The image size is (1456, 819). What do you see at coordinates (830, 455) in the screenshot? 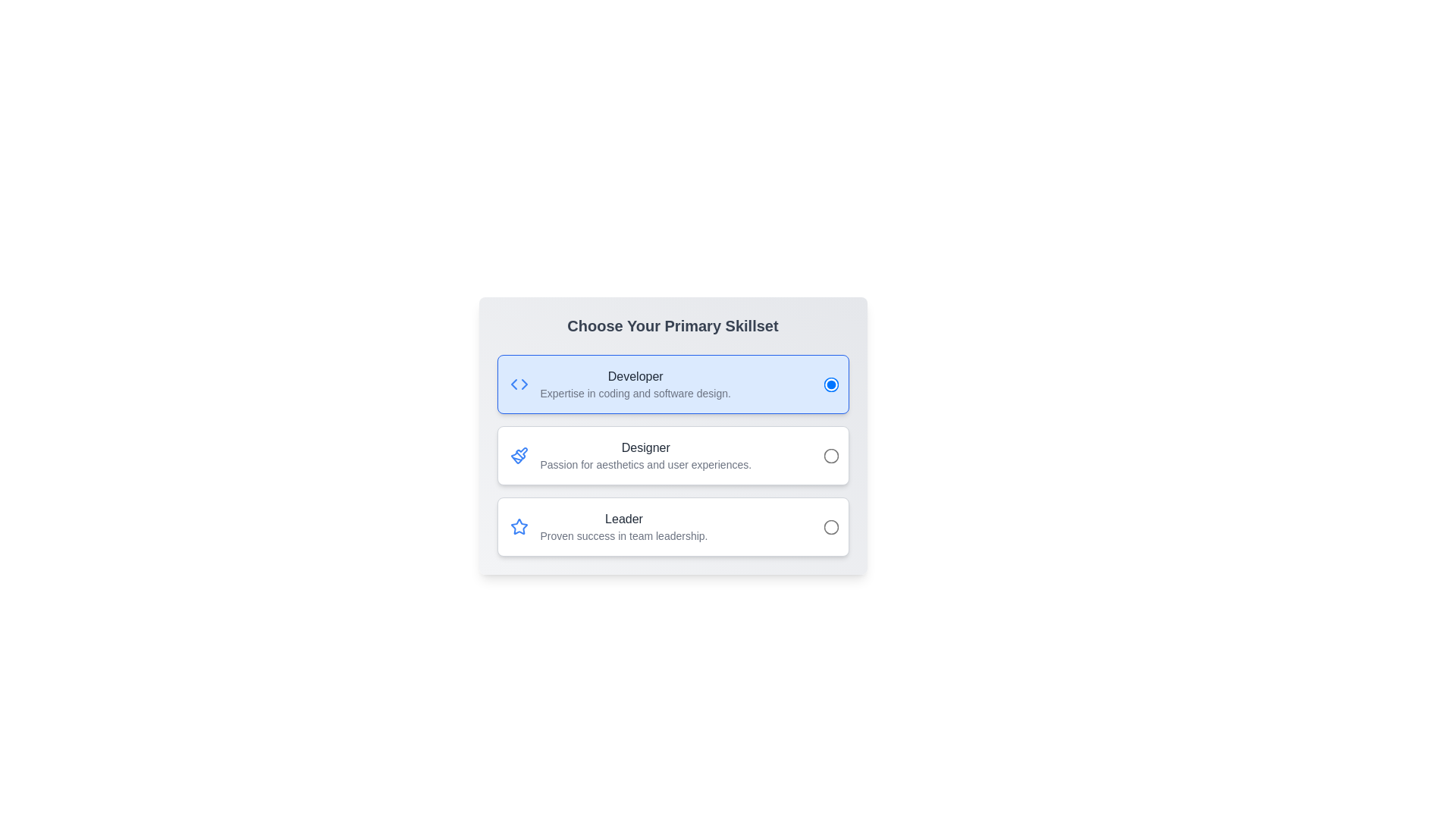
I see `the radio button` at bounding box center [830, 455].